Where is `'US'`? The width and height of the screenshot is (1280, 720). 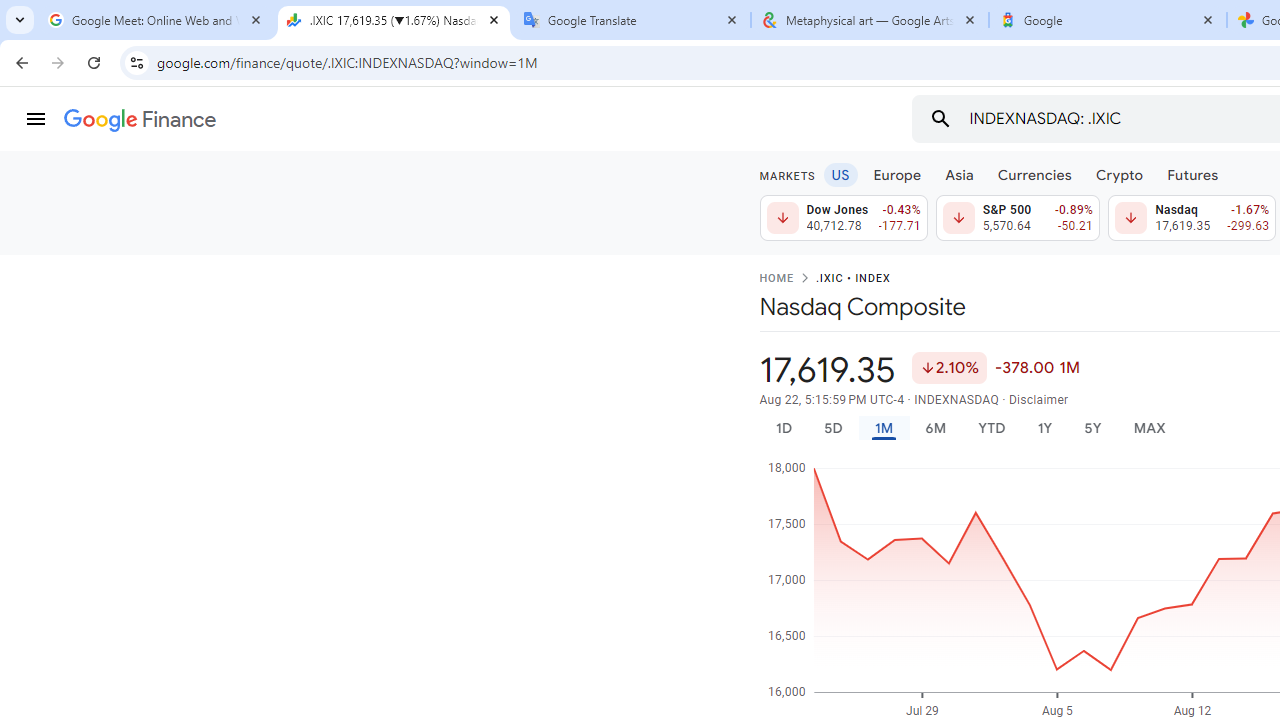
'US' is located at coordinates (840, 173).